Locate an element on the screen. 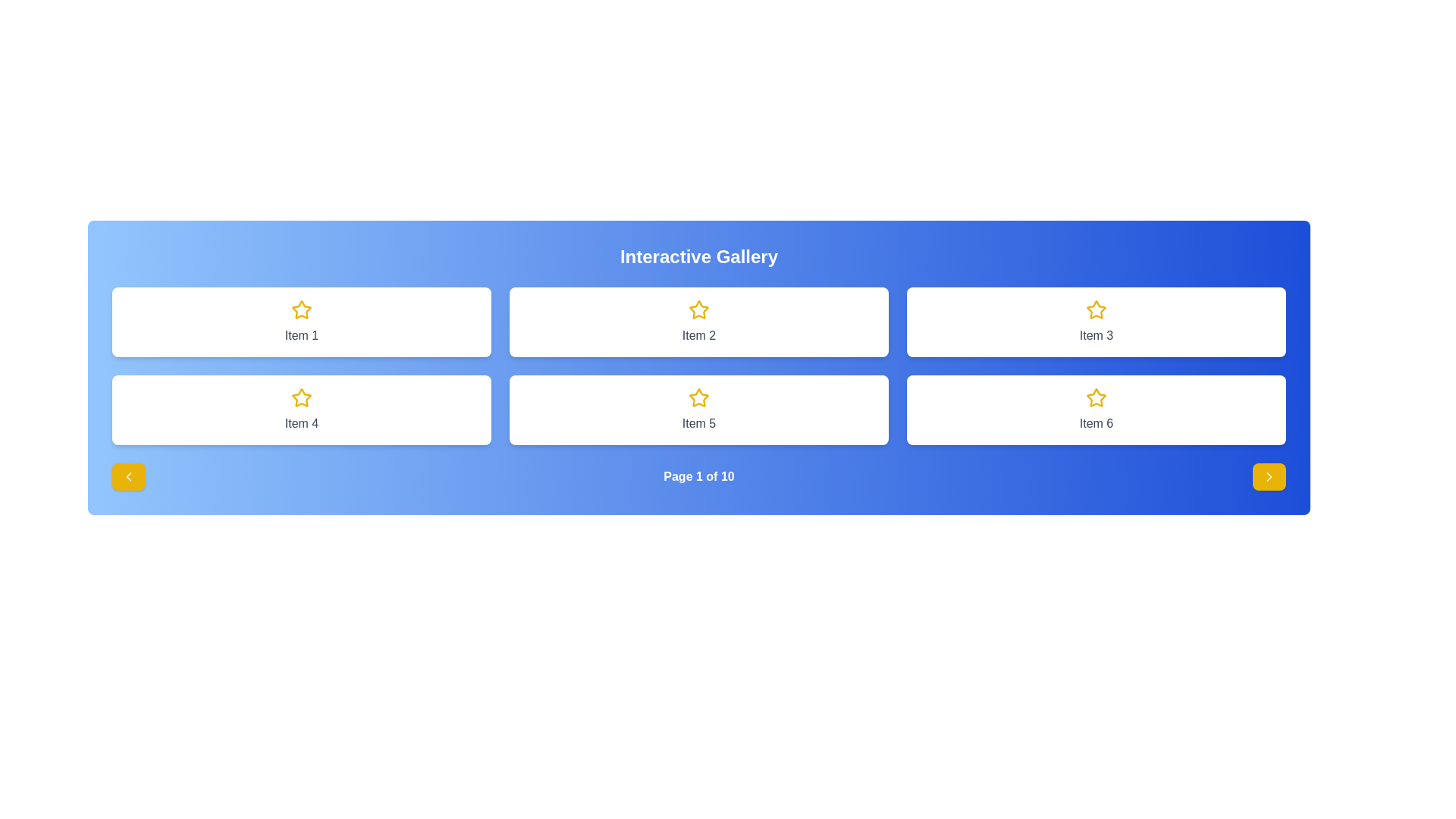 The image size is (1456, 819). the Star icon located in the bottom-right corner of the grid layout within the interactive gallery interface, which serves the purpose of rating or marking as a favorite is located at coordinates (1096, 397).